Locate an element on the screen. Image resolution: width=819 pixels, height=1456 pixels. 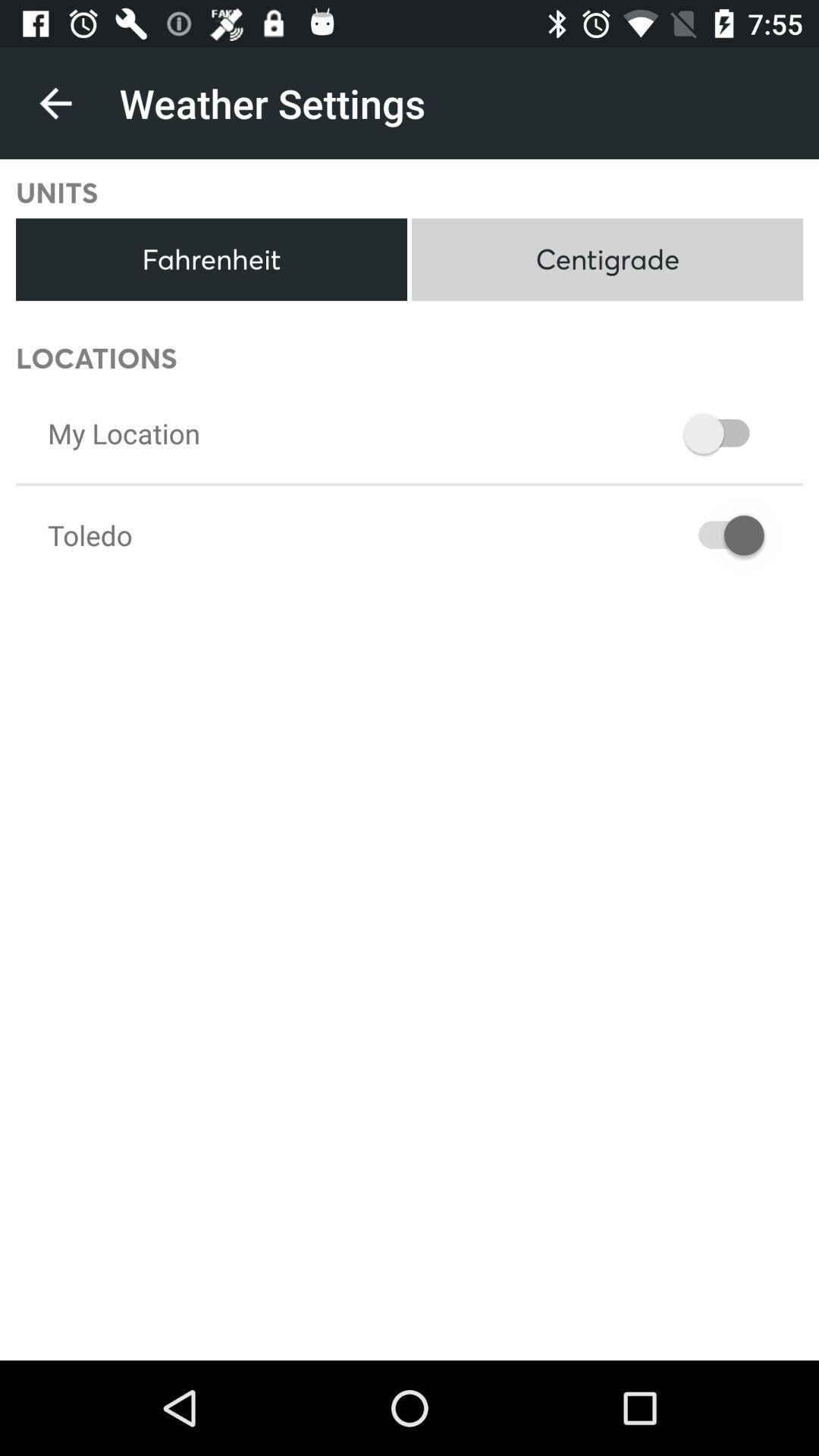
the icon next to centigrade icon is located at coordinates (211, 259).